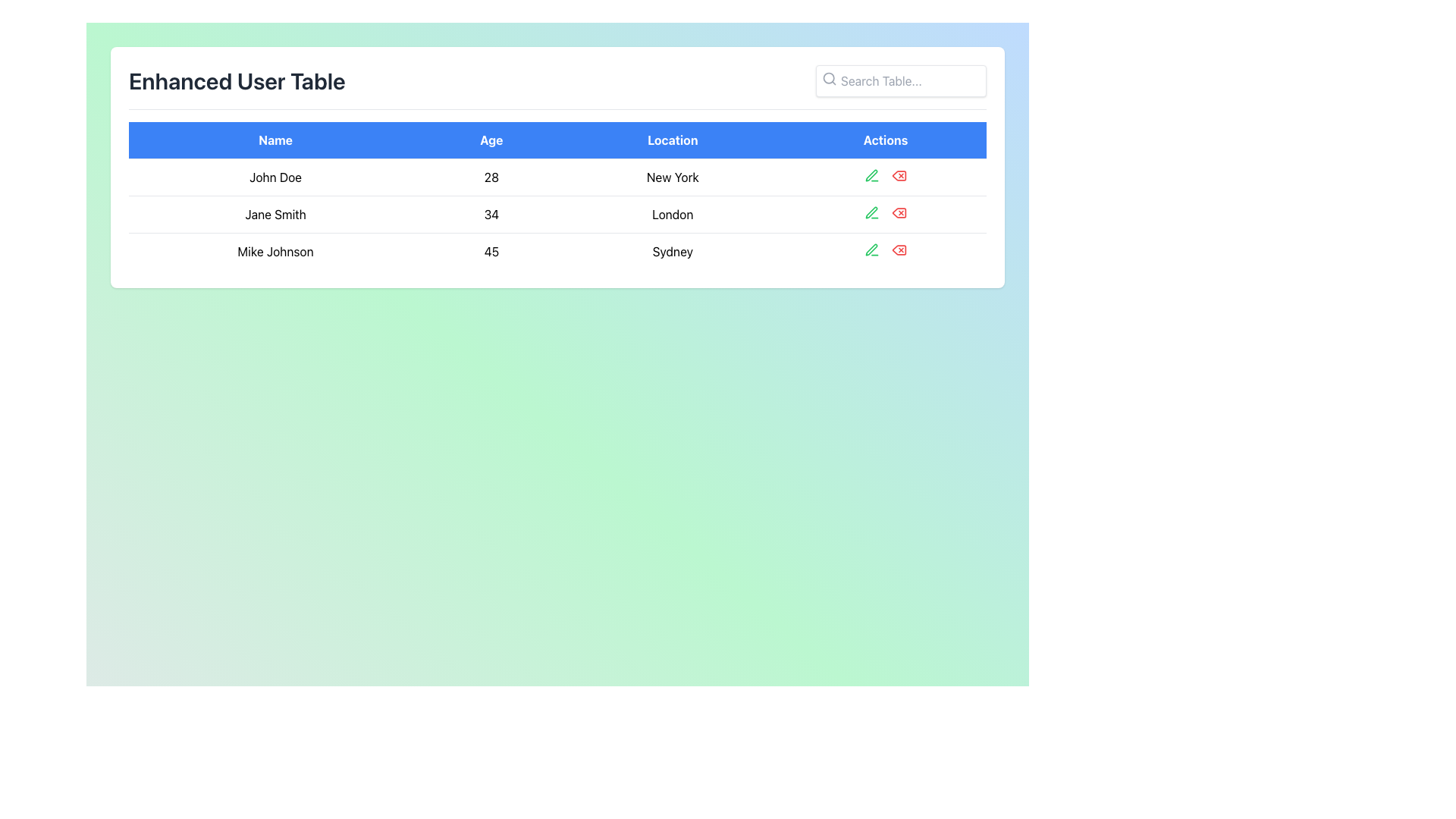 This screenshot has width=1456, height=819. I want to click on the red delete button located in the Actions column of the first row of the table, so click(899, 174).